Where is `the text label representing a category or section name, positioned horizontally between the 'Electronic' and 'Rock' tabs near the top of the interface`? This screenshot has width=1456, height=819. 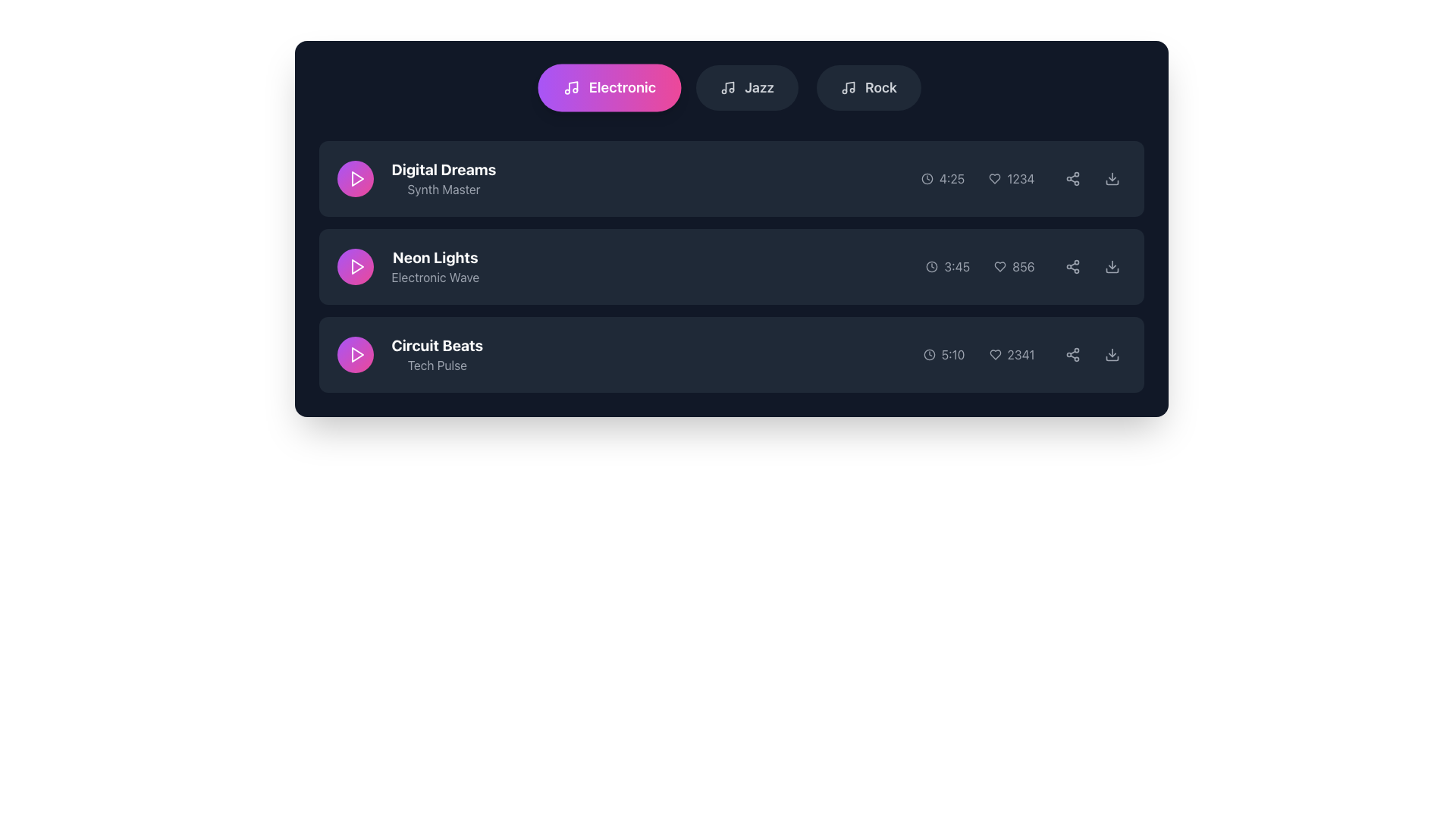 the text label representing a category or section name, positioned horizontally between the 'Electronic' and 'Rock' tabs near the top of the interface is located at coordinates (759, 87).